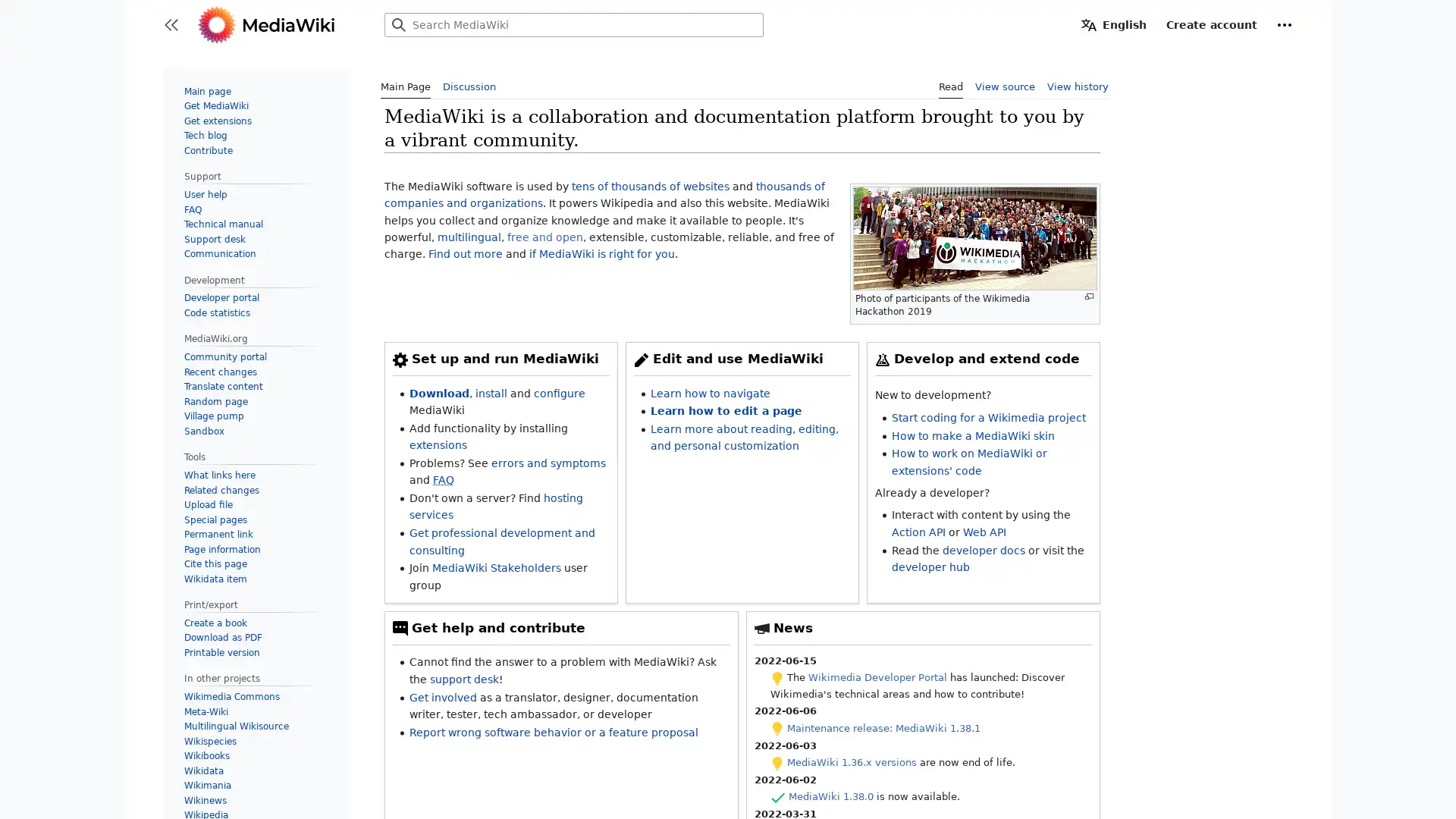 The width and height of the screenshot is (1456, 819). I want to click on Go, so click(399, 25).